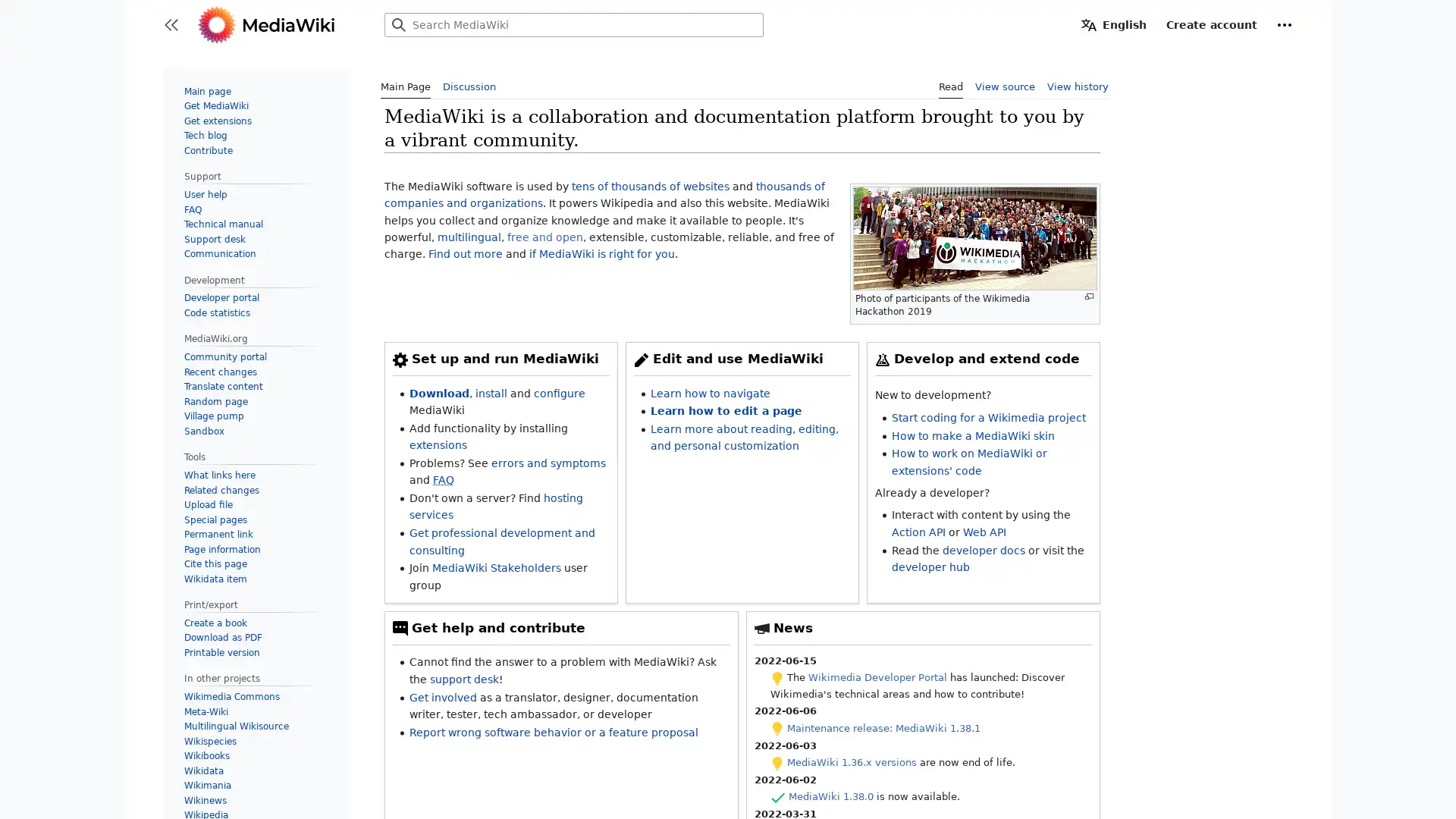 The width and height of the screenshot is (1456, 819). I want to click on Go, so click(399, 25).